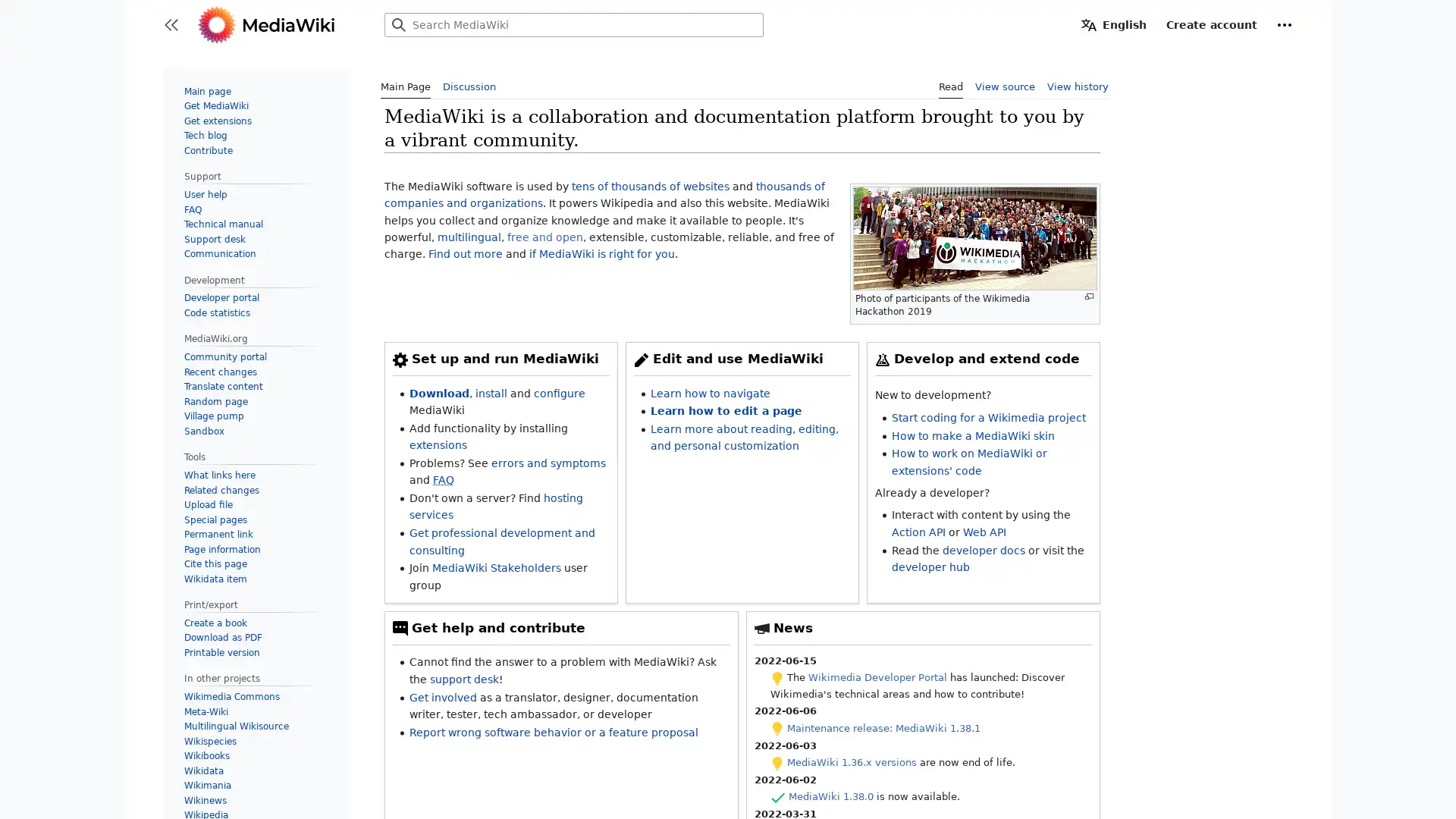 The width and height of the screenshot is (1456, 819). I want to click on Go, so click(399, 25).